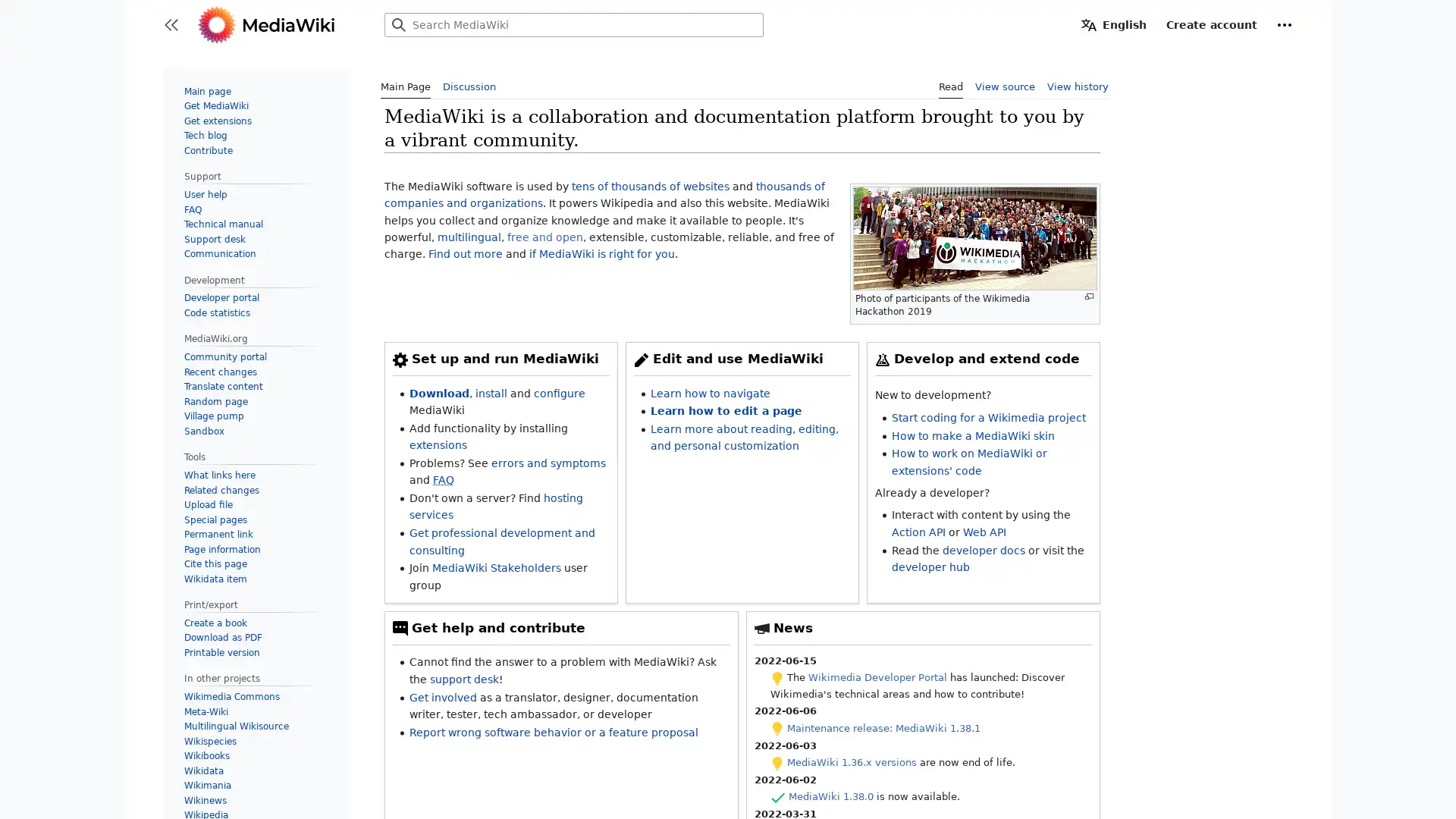 The width and height of the screenshot is (1456, 819). I want to click on Go, so click(399, 25).